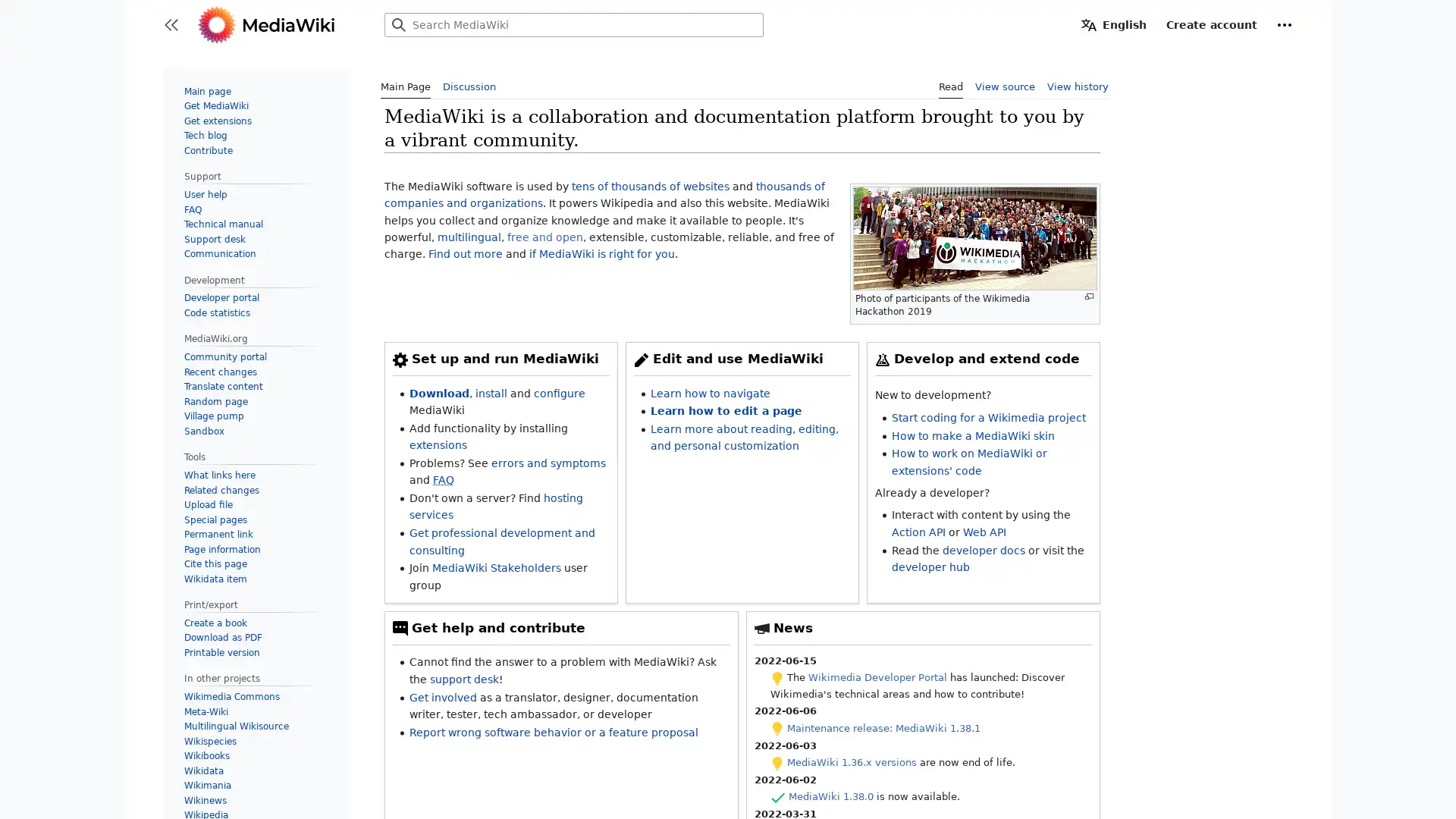 The width and height of the screenshot is (1456, 819). I want to click on Go, so click(399, 25).